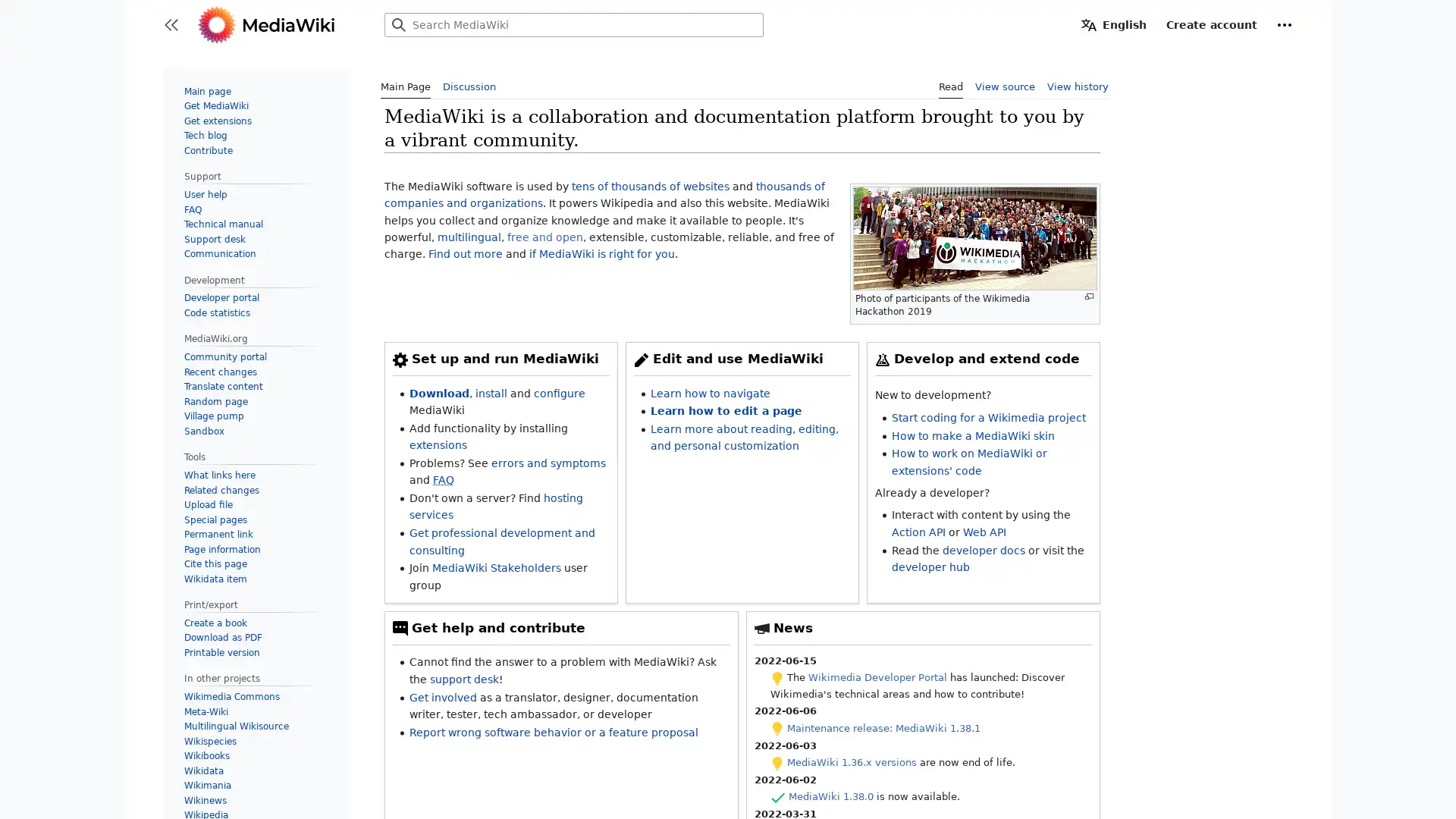 The width and height of the screenshot is (1456, 819). I want to click on Go, so click(399, 25).